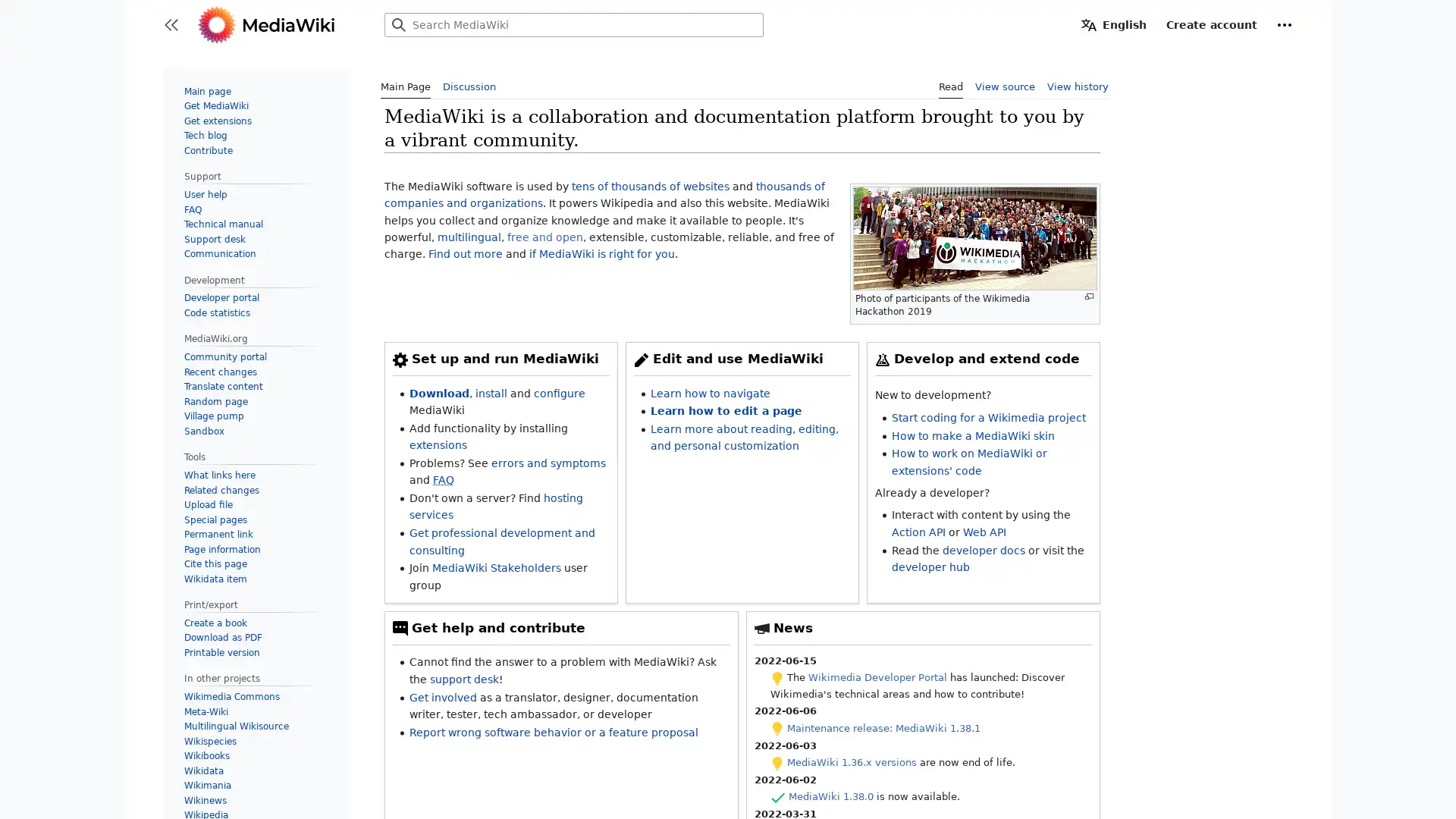 The width and height of the screenshot is (1456, 819). I want to click on Go, so click(399, 25).